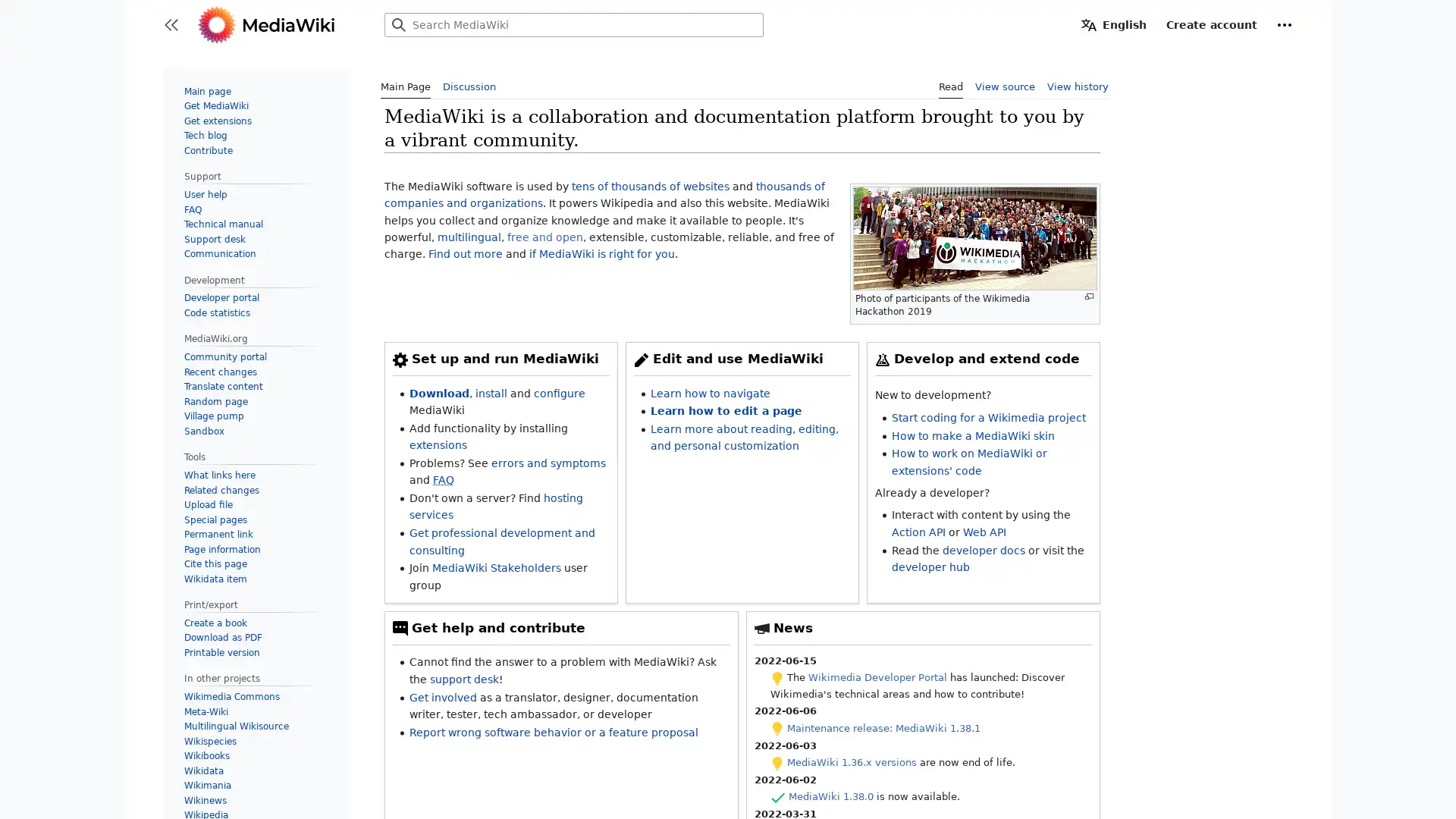 The width and height of the screenshot is (1456, 819). I want to click on Go, so click(399, 25).